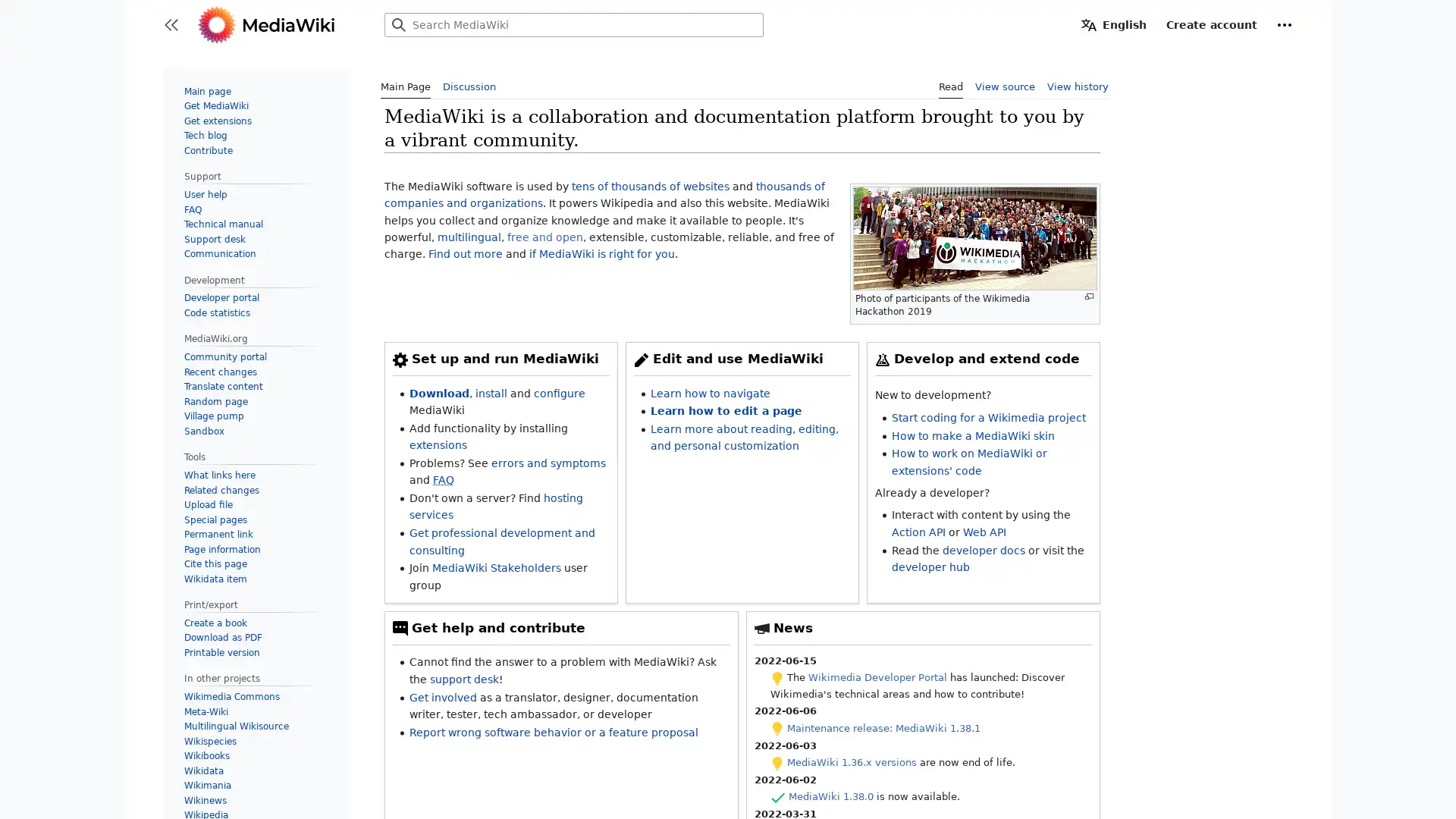 The width and height of the screenshot is (1456, 819). I want to click on Go, so click(399, 25).